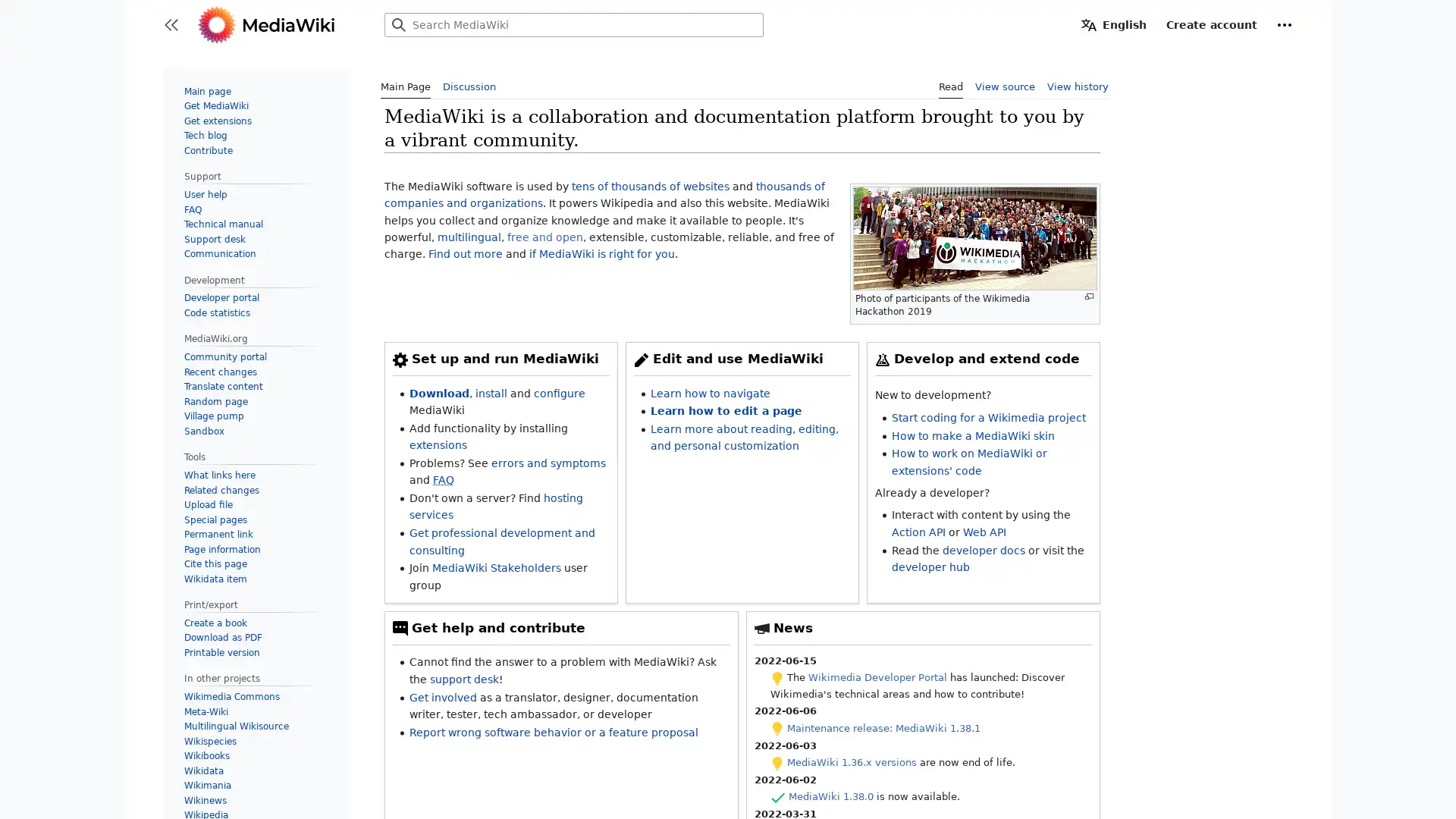 The width and height of the screenshot is (1456, 819). I want to click on Go, so click(399, 25).